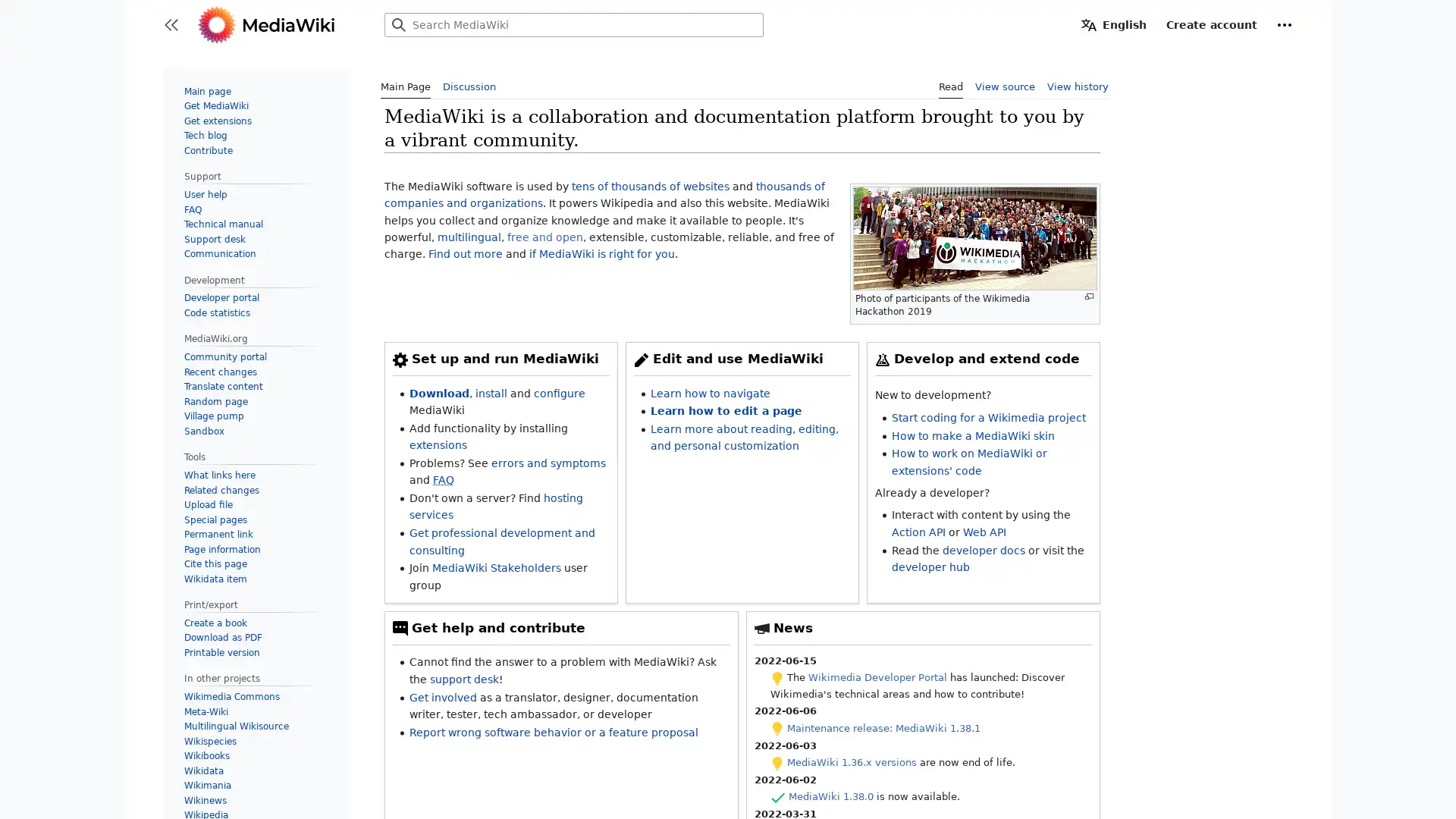 The width and height of the screenshot is (1456, 819). I want to click on Go, so click(399, 25).